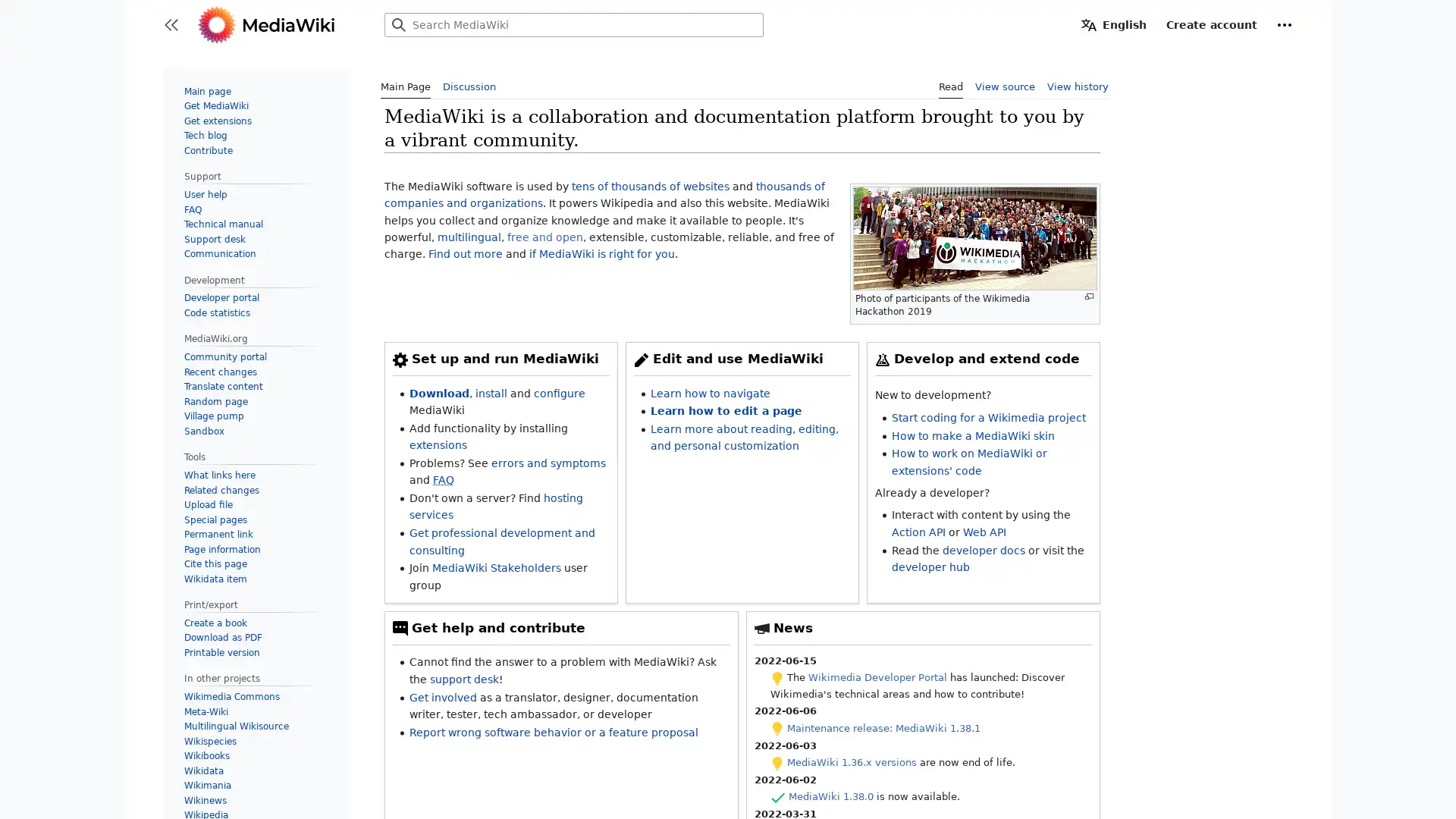 The width and height of the screenshot is (1456, 819). I want to click on Go, so click(399, 25).